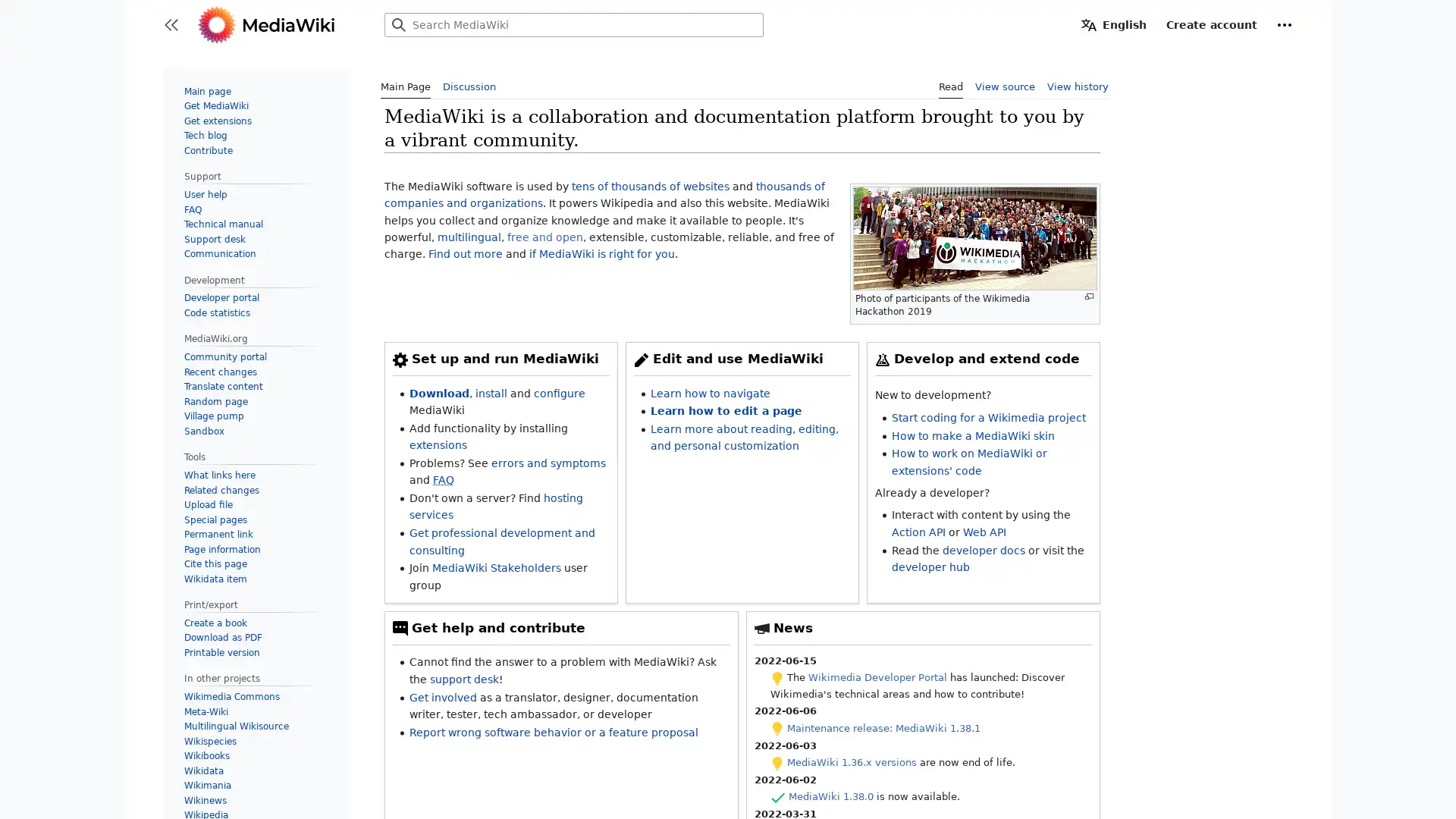 The width and height of the screenshot is (1456, 819). I want to click on Go, so click(399, 25).